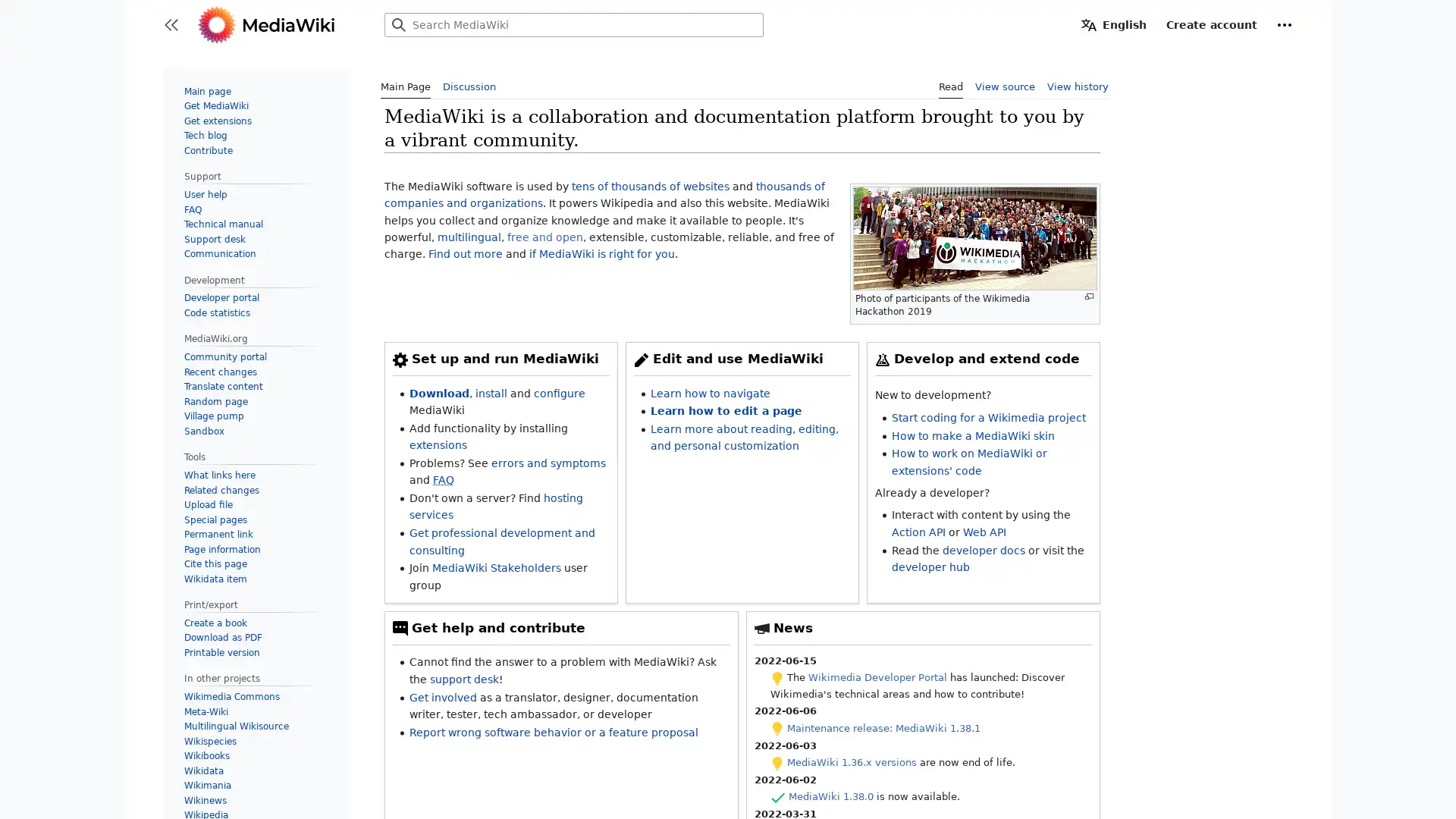 The width and height of the screenshot is (1456, 819). I want to click on Go, so click(399, 25).